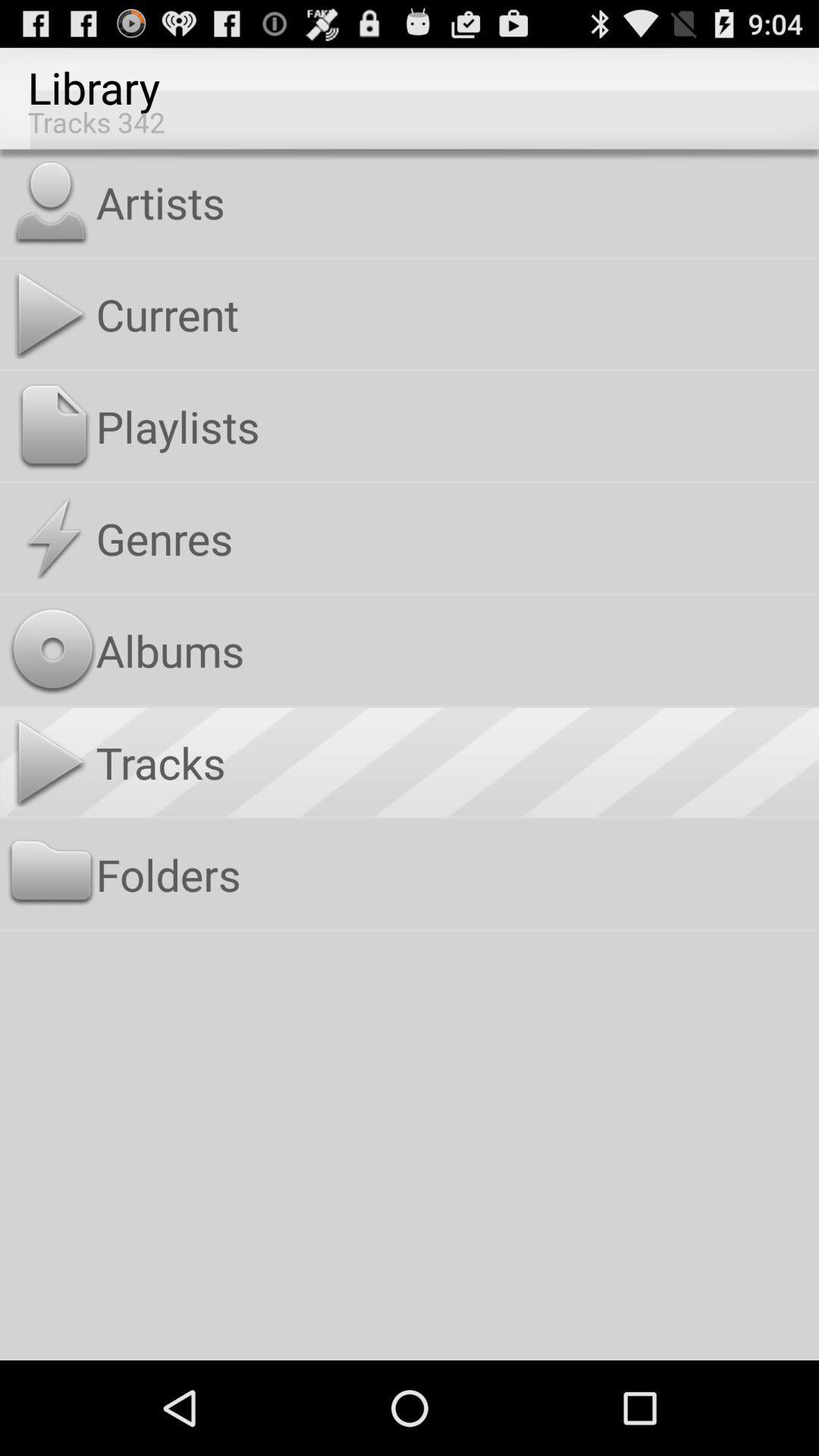 The width and height of the screenshot is (819, 1456). Describe the element at coordinates (453, 425) in the screenshot. I see `the playlists` at that location.